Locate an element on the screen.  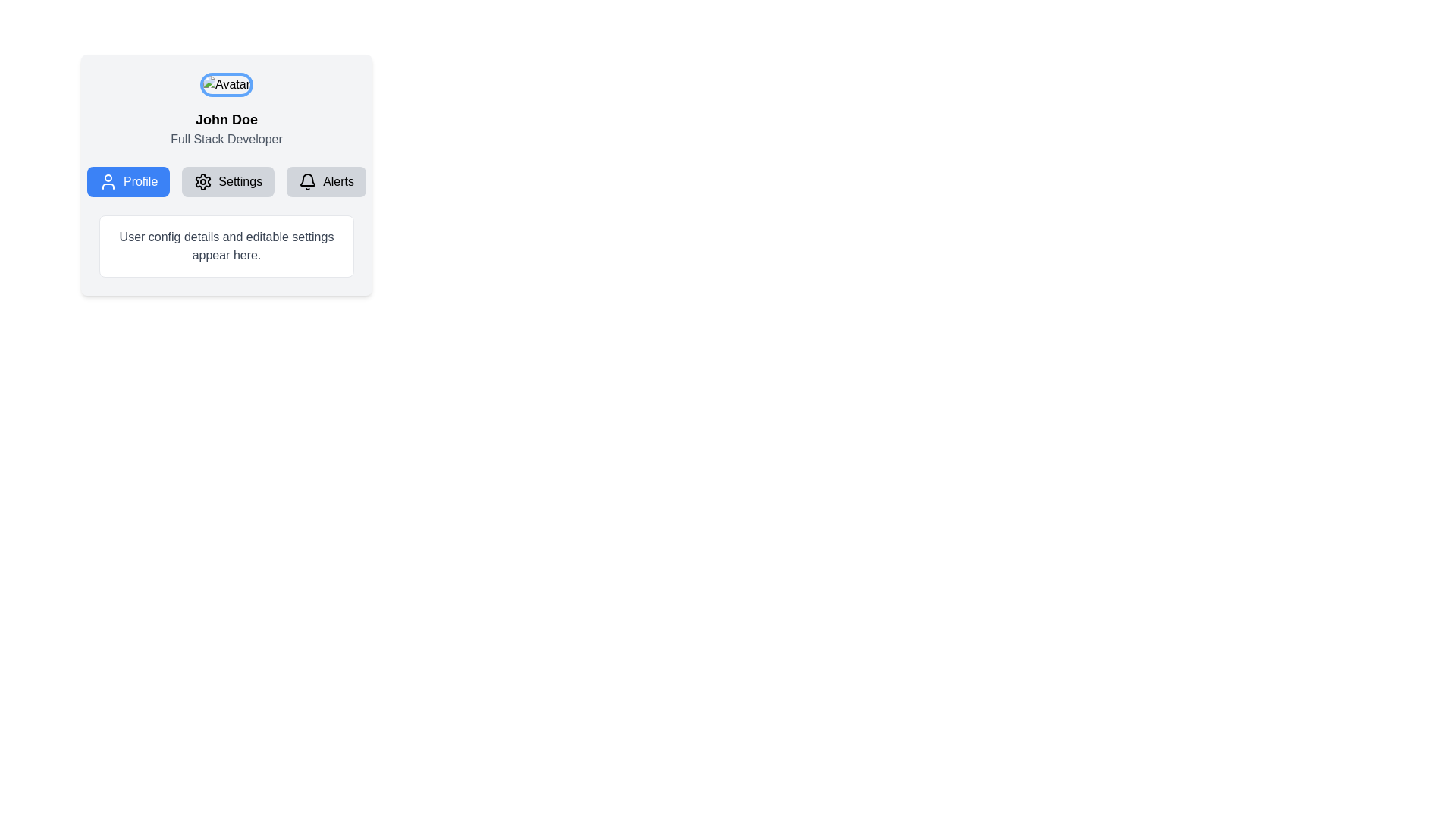
the 'Profile' text label within the blue button, which is part of a button group located below the user information section is located at coordinates (140, 180).